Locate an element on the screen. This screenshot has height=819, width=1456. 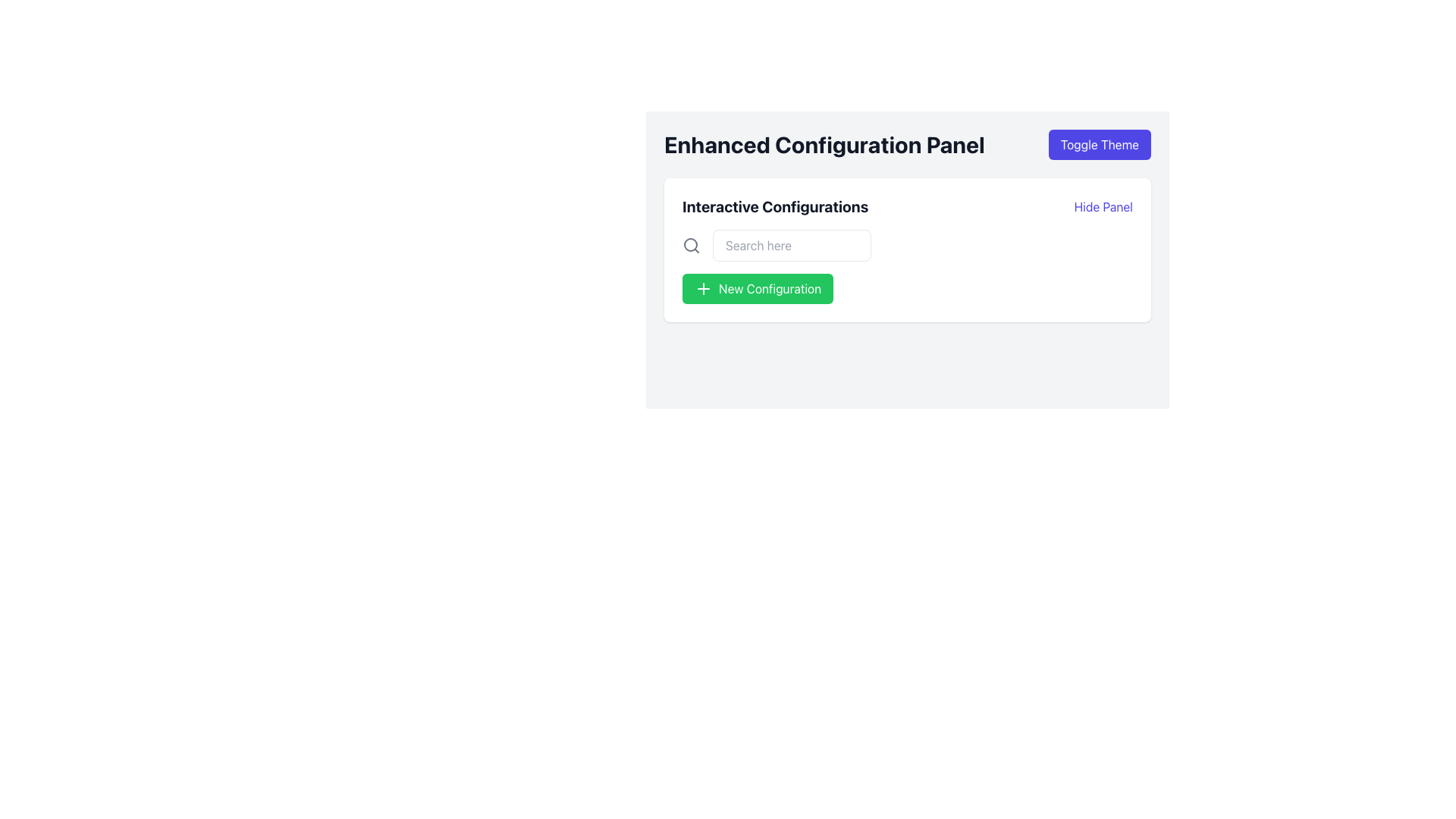
the 'New Configuration' button which features an icon for adding or creating something new, located on the left side of the button is located at coordinates (702, 289).